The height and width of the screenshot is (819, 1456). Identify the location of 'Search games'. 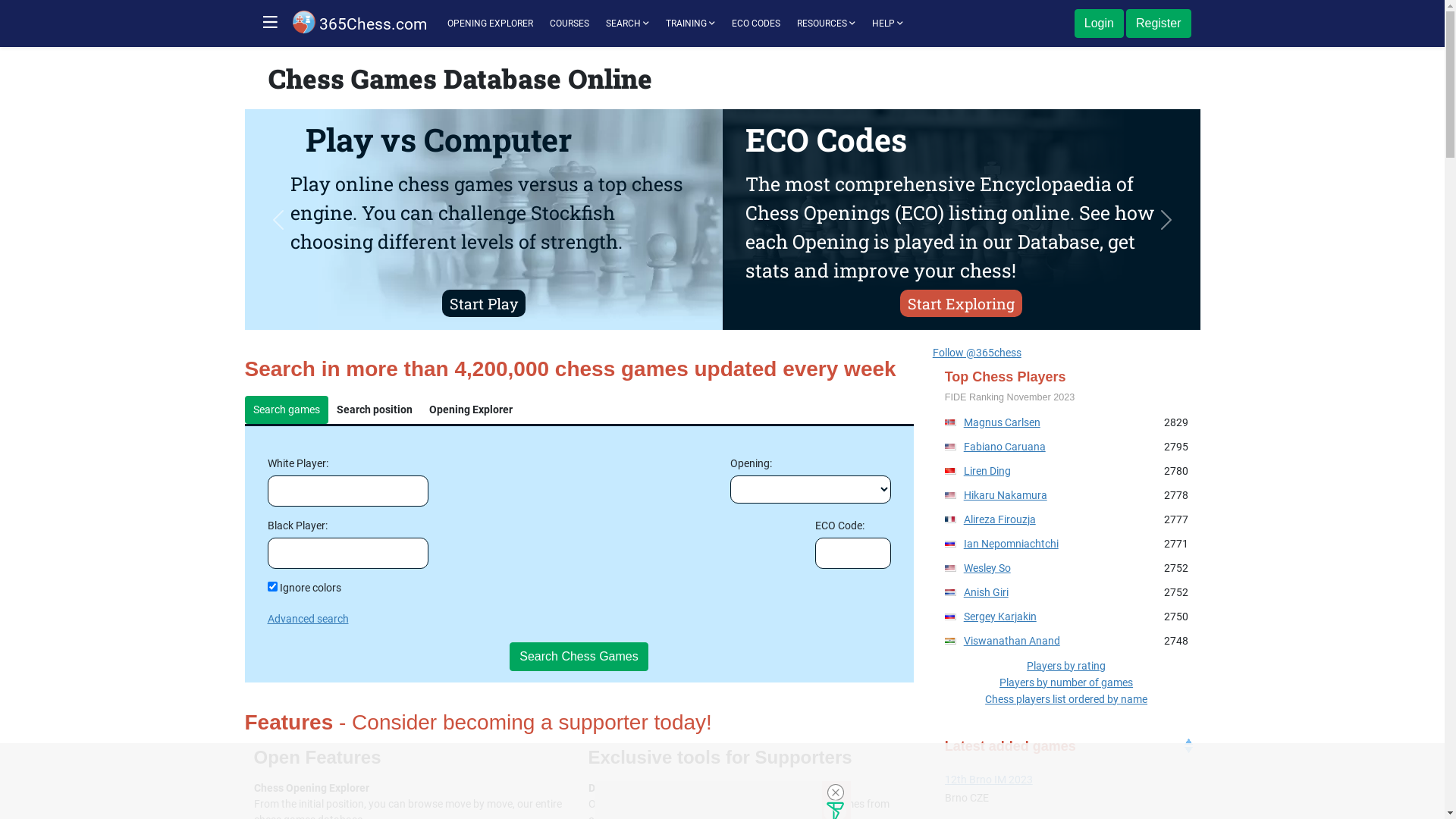
(286, 409).